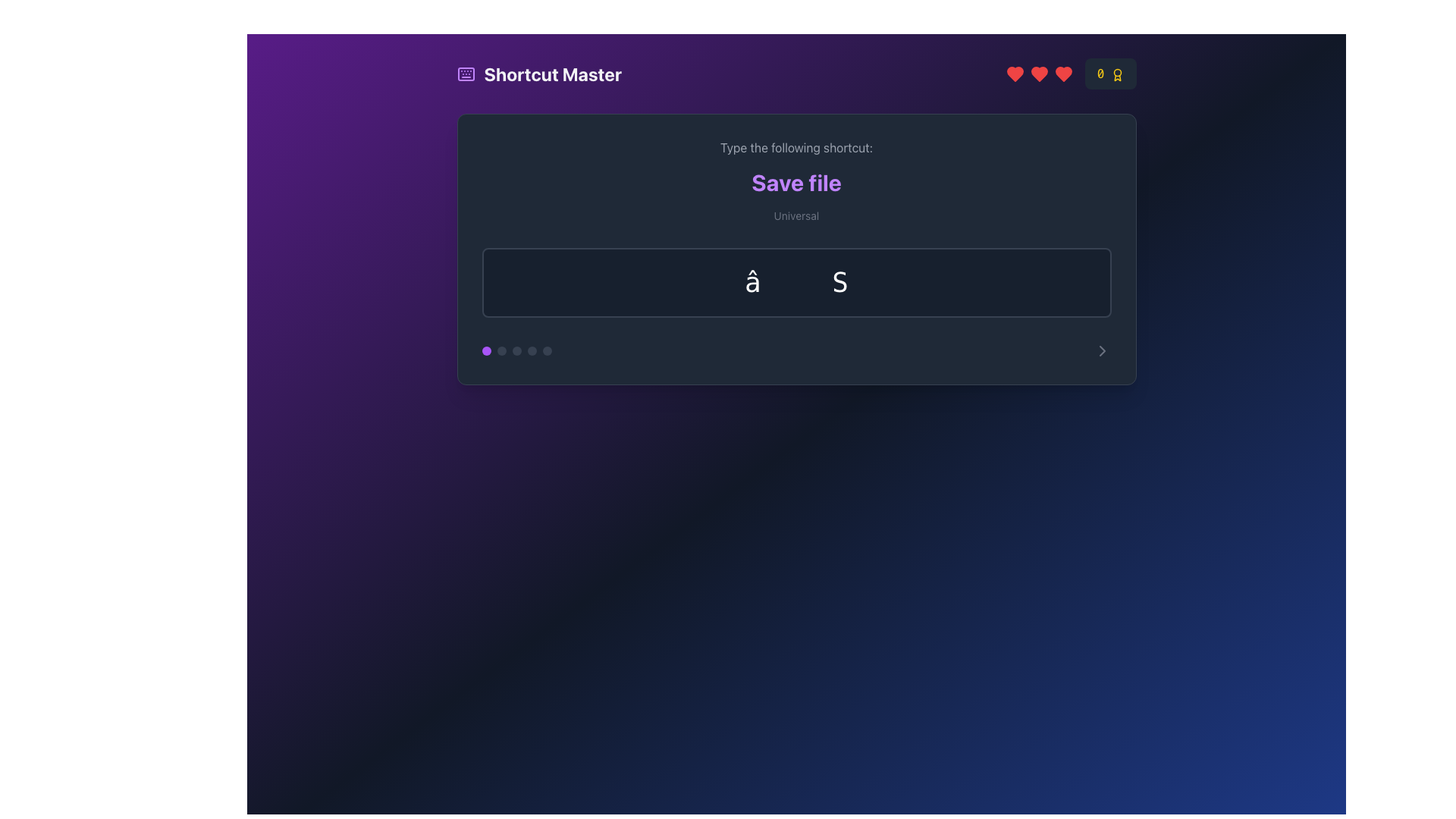  What do you see at coordinates (486, 350) in the screenshot?
I see `the first indicator dot in the horizontal sequence of five circles located at the bottom left of the dark central card` at bounding box center [486, 350].